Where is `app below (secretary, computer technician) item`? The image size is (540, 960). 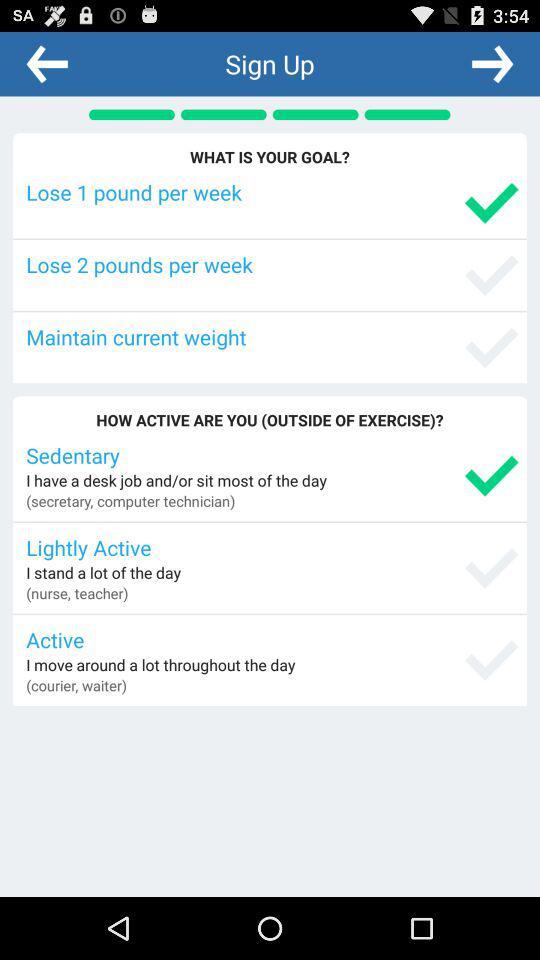 app below (secretary, computer technician) item is located at coordinates (271, 547).